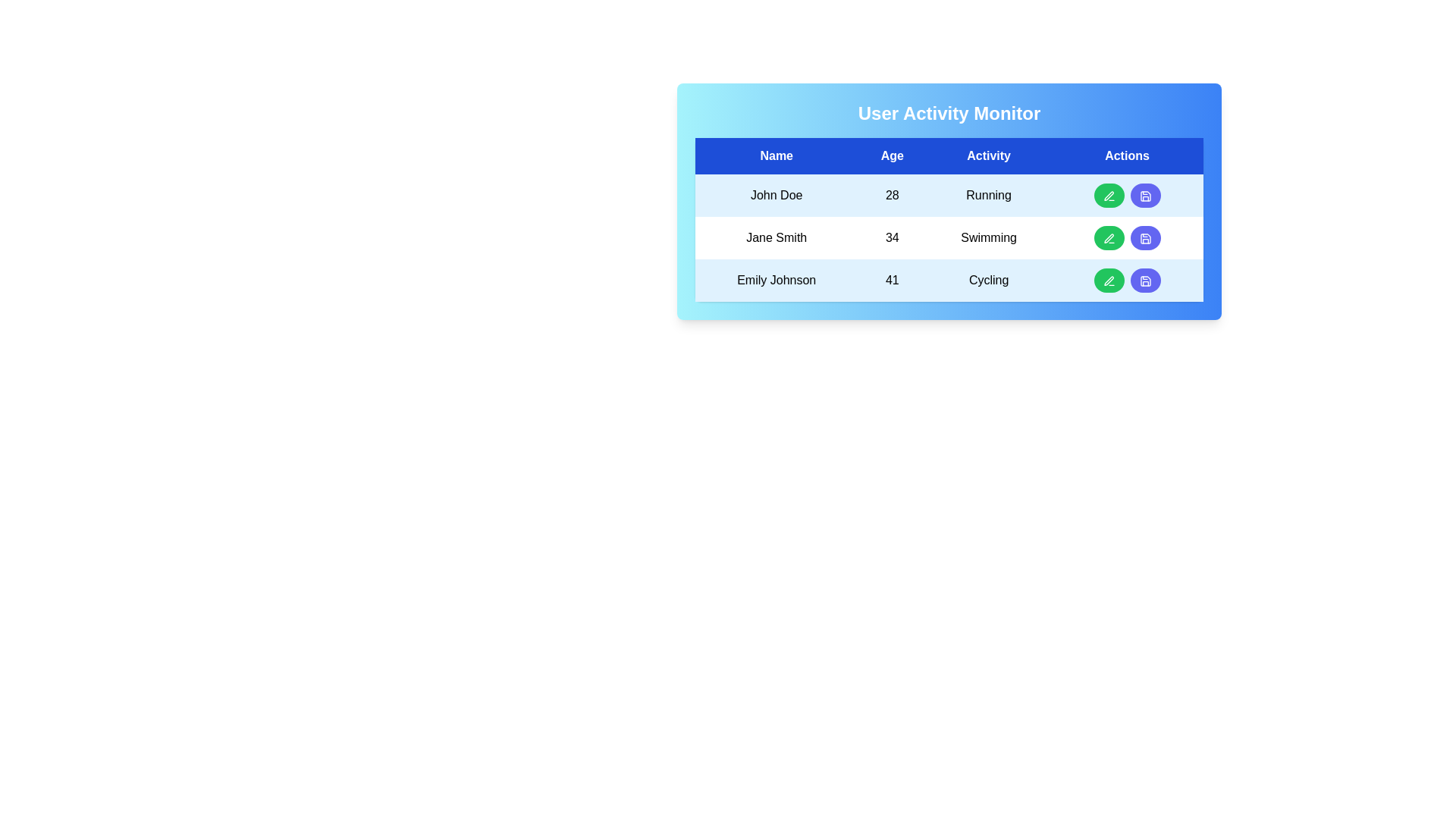 This screenshot has width=1456, height=819. Describe the element at coordinates (949, 281) in the screenshot. I see `the row corresponding to Emily Johnson` at that location.